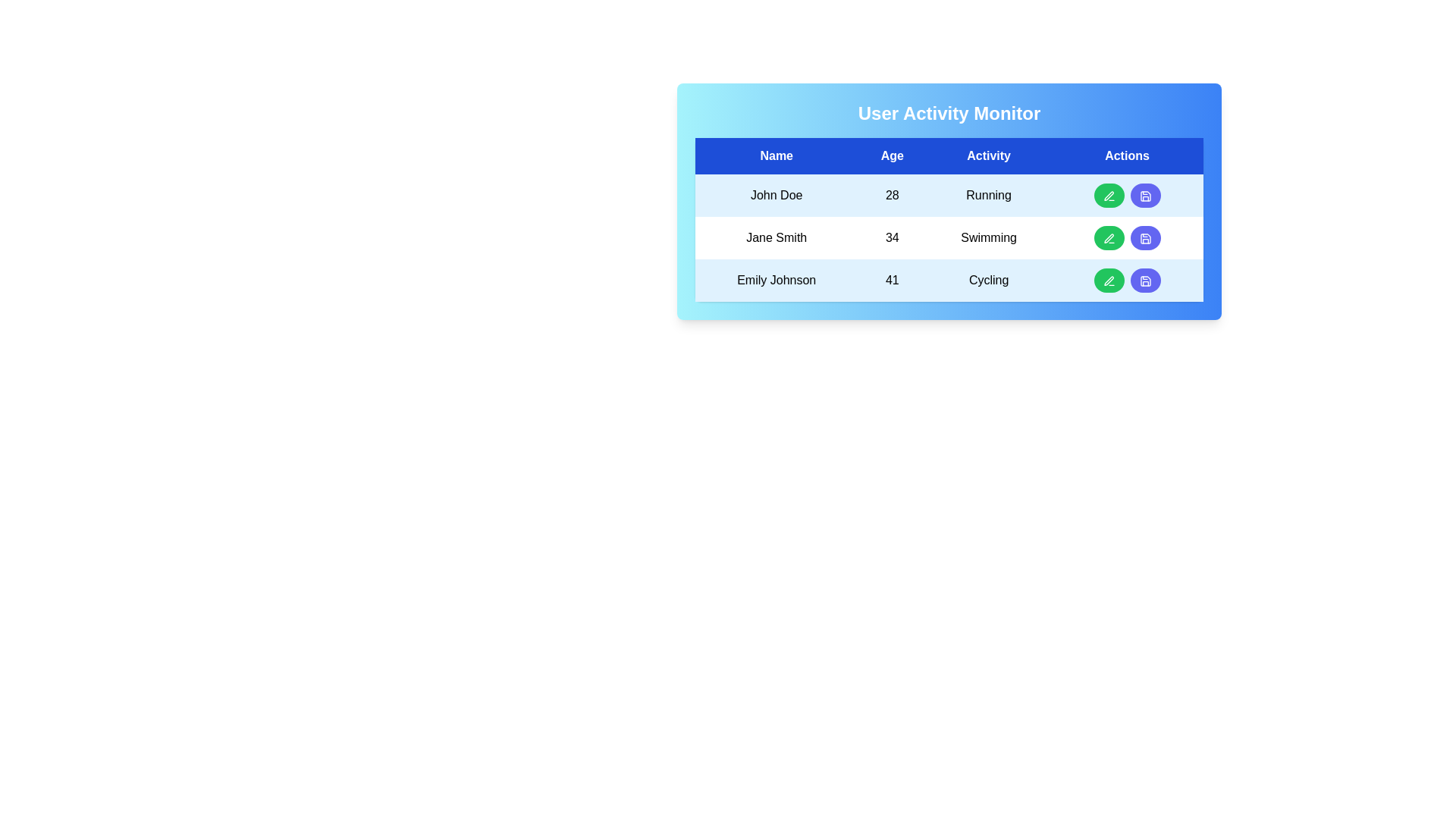 This screenshot has width=1456, height=819. Describe the element at coordinates (949, 281) in the screenshot. I see `the row corresponding to Emily Johnson` at that location.